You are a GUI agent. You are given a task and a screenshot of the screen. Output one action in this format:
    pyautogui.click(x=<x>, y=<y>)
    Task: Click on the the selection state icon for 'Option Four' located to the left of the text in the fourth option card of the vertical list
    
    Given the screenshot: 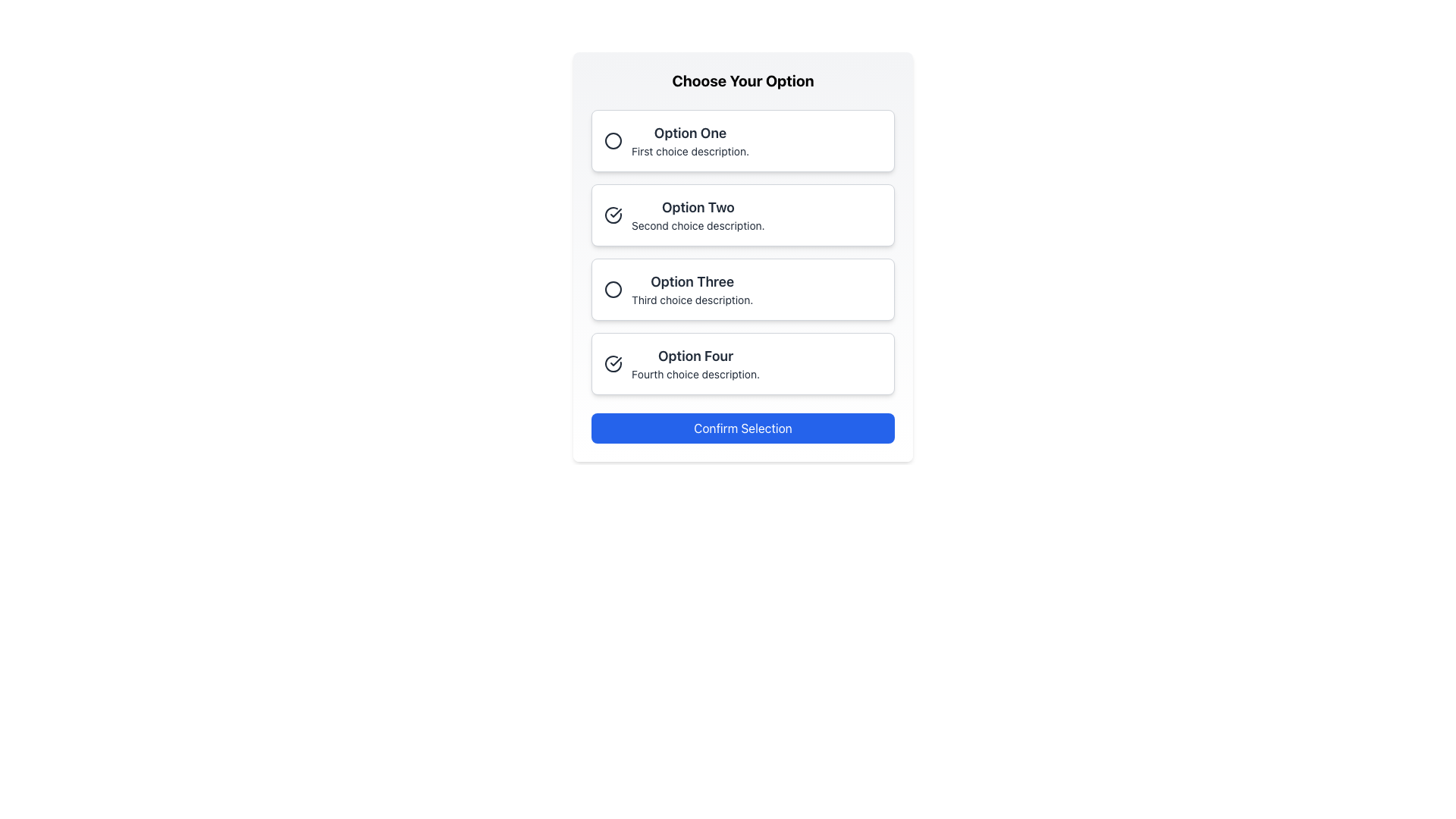 What is the action you would take?
    pyautogui.click(x=613, y=363)
    